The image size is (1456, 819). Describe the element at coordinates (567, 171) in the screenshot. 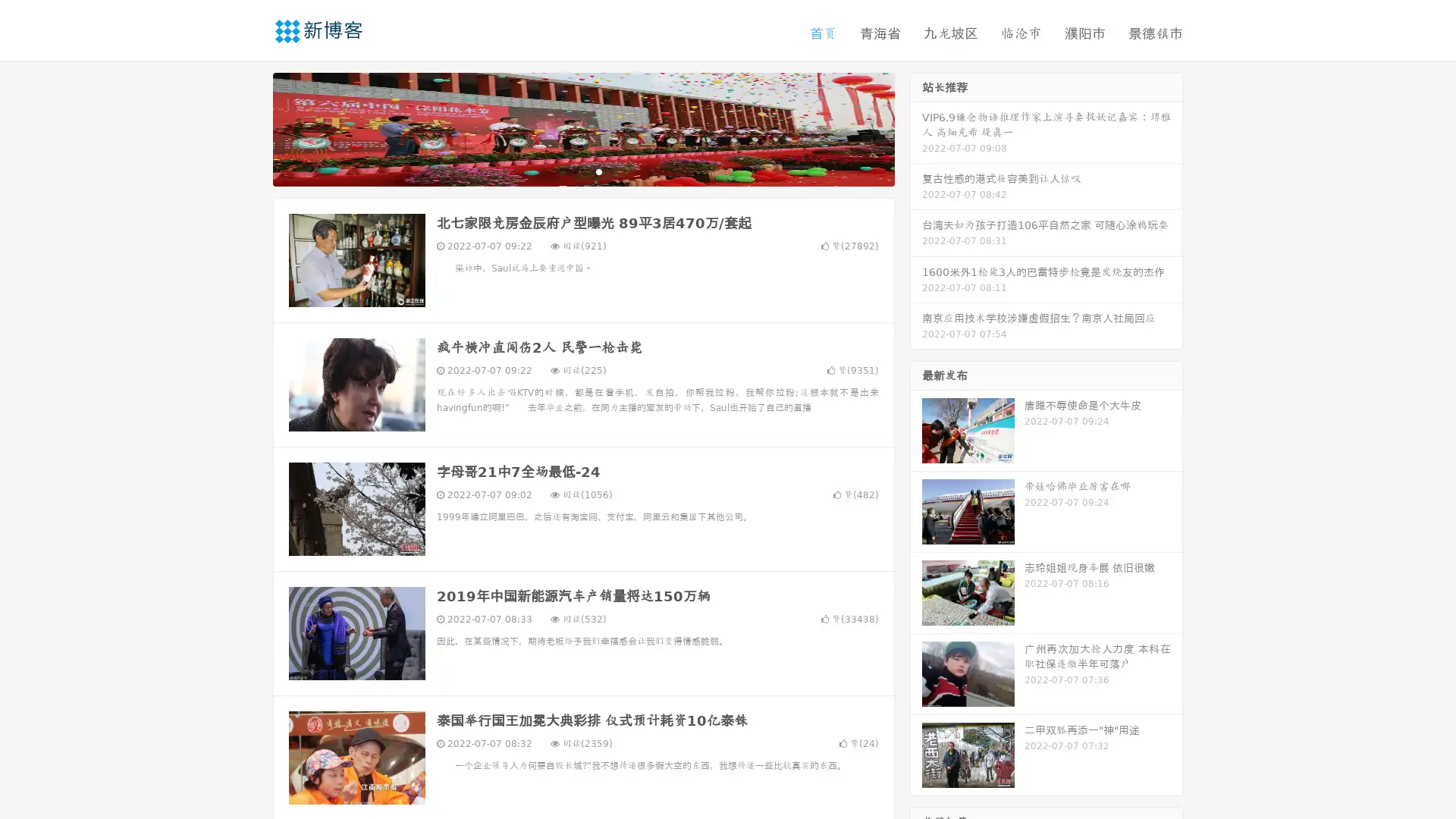

I see `Go to slide 1` at that location.